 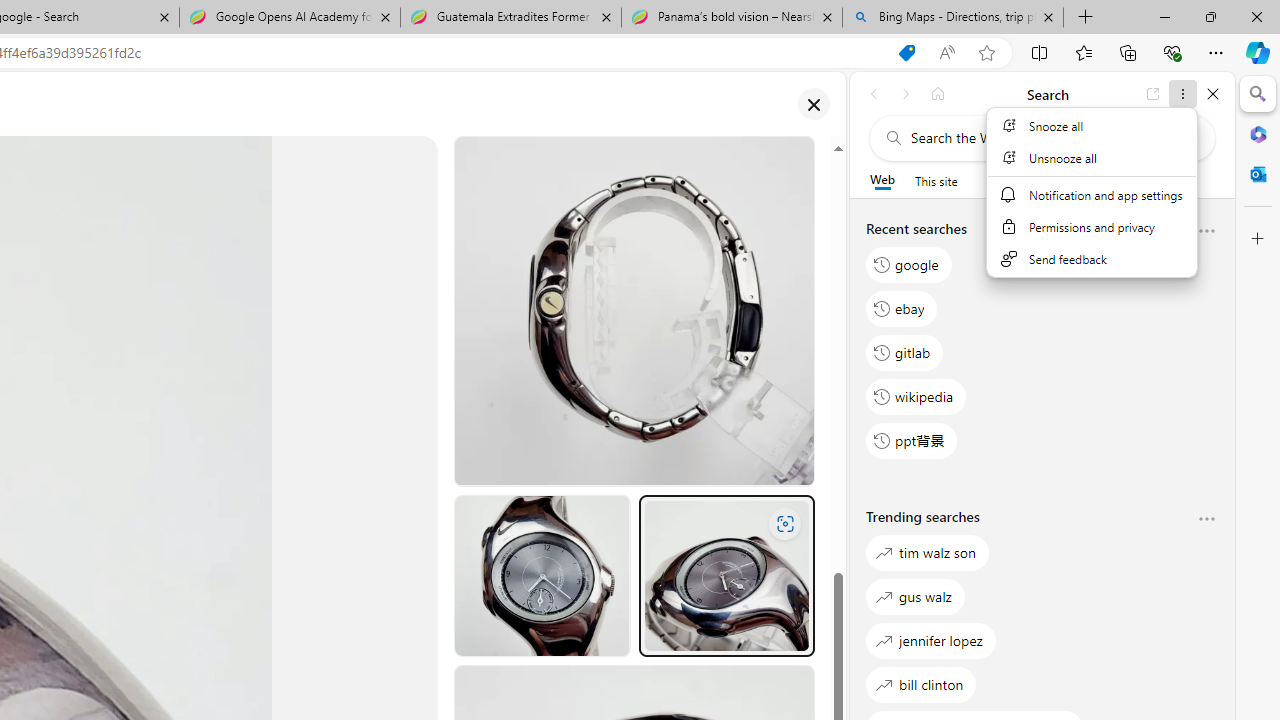 What do you see at coordinates (904, 351) in the screenshot?
I see `'gitlab'` at bounding box center [904, 351].